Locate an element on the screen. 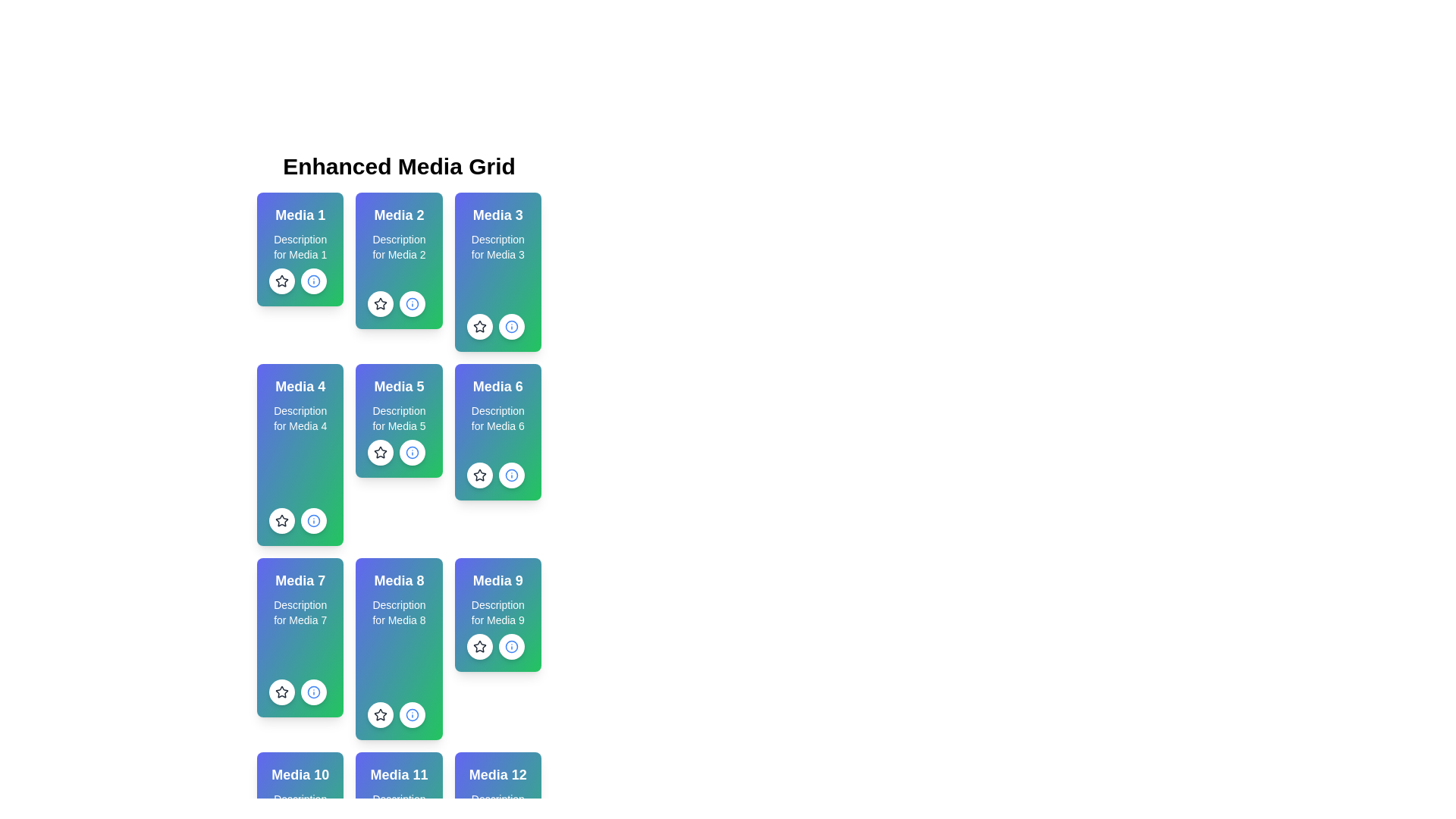  the text label that states 'Description for Media 8', which is centrally aligned within the card labeled 'Media 8' in the grid layout is located at coordinates (399, 611).